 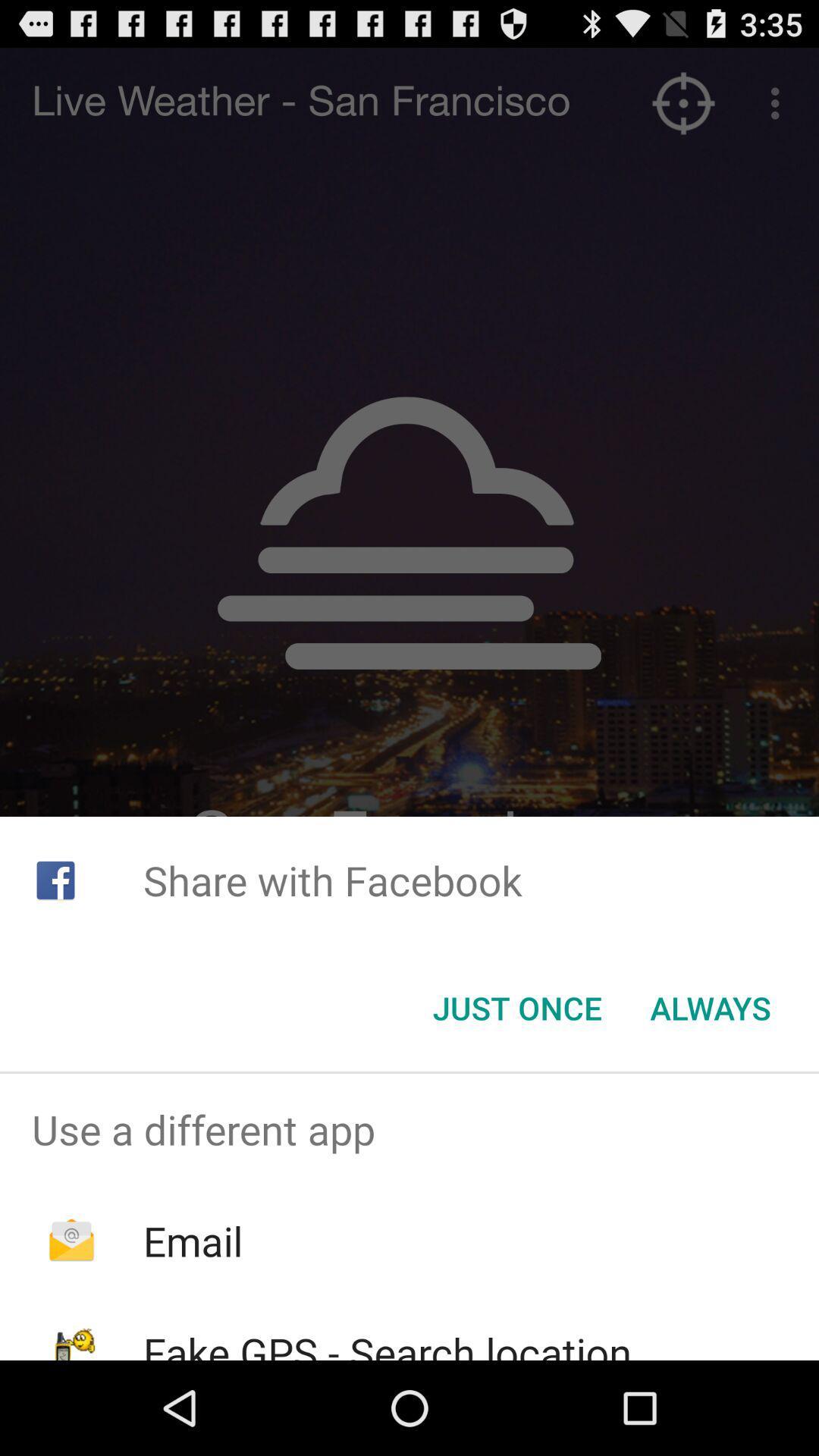 What do you see at coordinates (387, 1342) in the screenshot?
I see `the fake gps search icon` at bounding box center [387, 1342].